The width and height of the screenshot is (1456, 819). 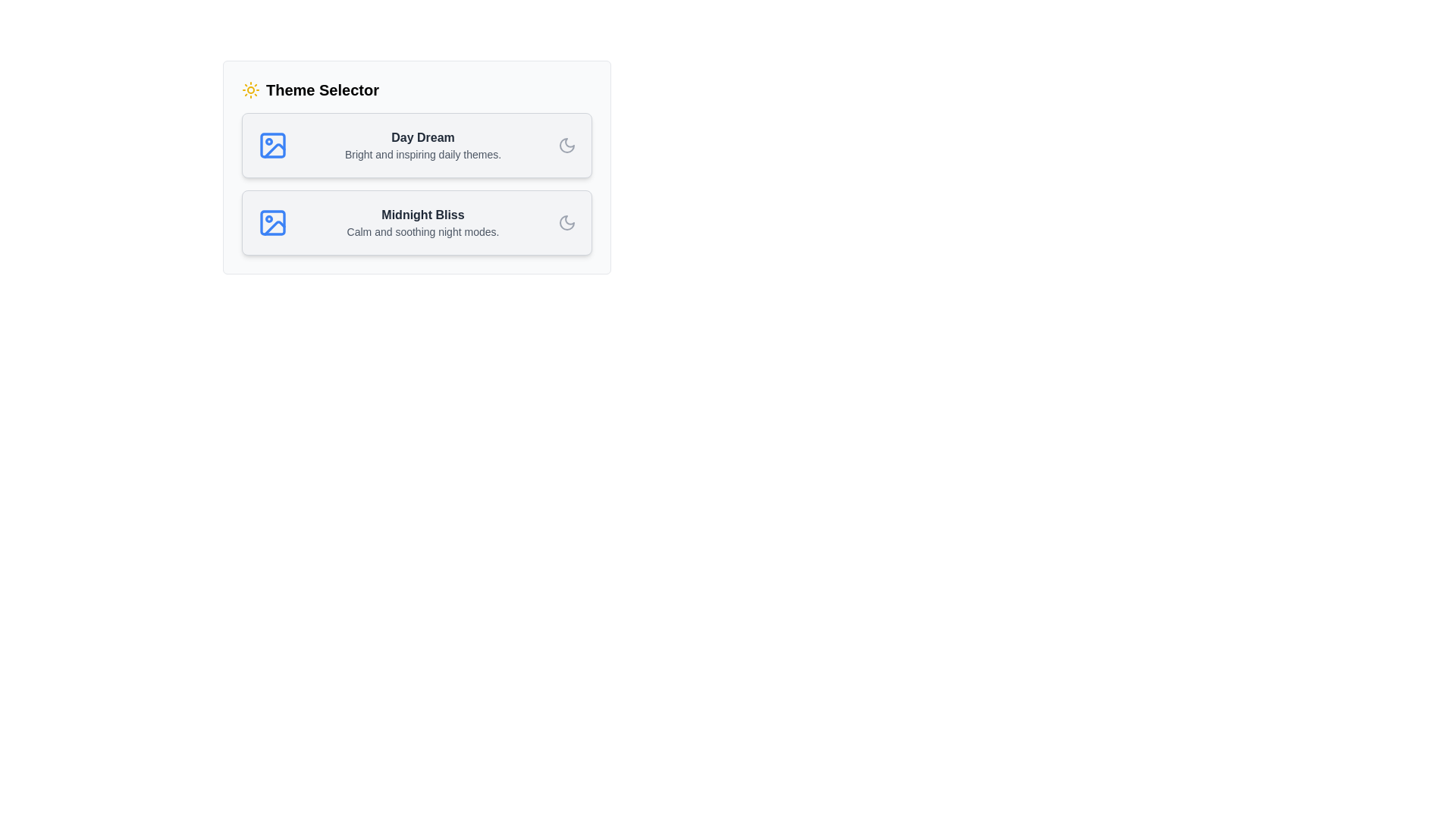 I want to click on the theme card for Midnight Bliss, so click(x=417, y=222).